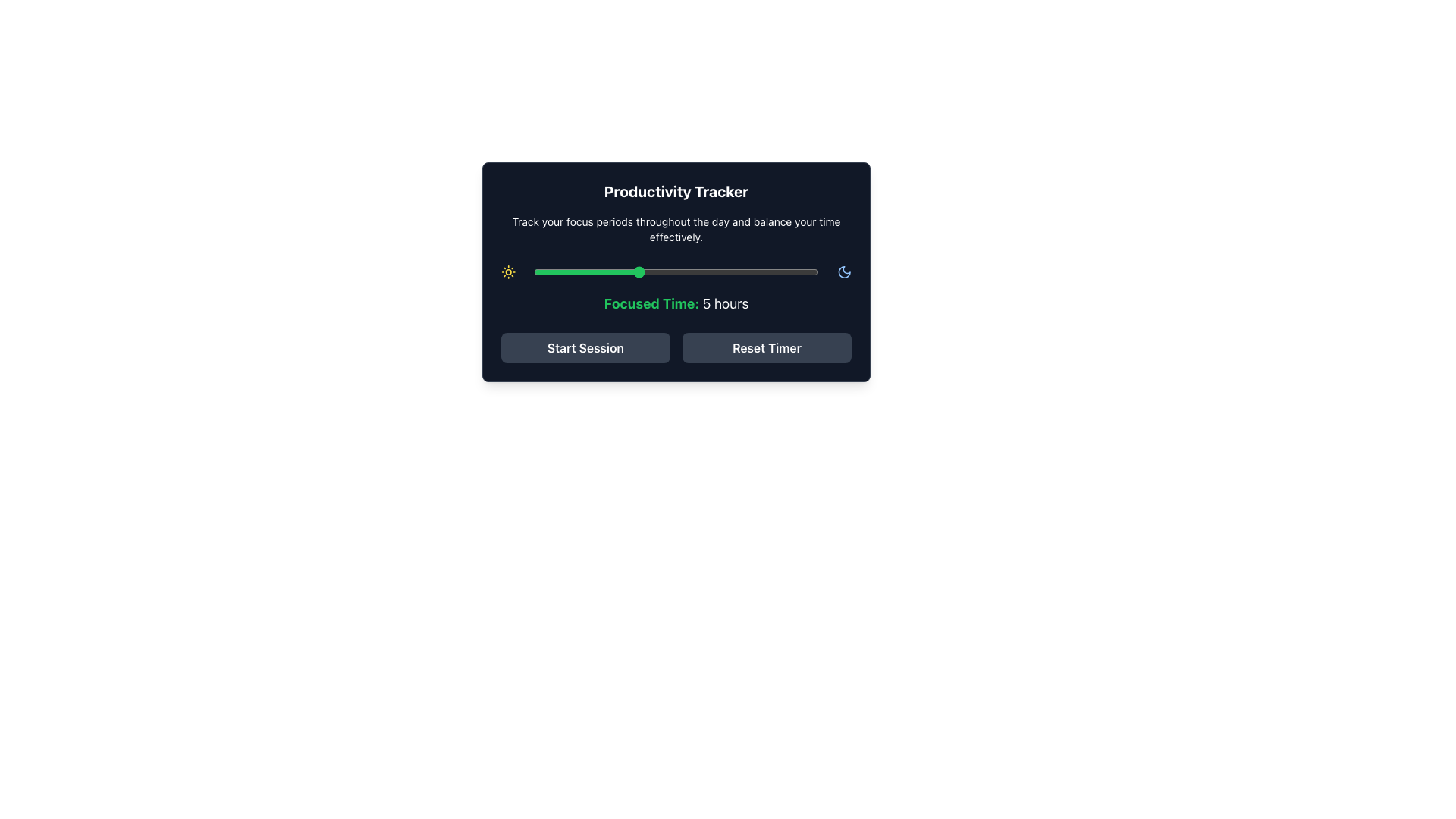 This screenshot has width=1456, height=819. What do you see at coordinates (714, 271) in the screenshot?
I see `the focus duration` at bounding box center [714, 271].